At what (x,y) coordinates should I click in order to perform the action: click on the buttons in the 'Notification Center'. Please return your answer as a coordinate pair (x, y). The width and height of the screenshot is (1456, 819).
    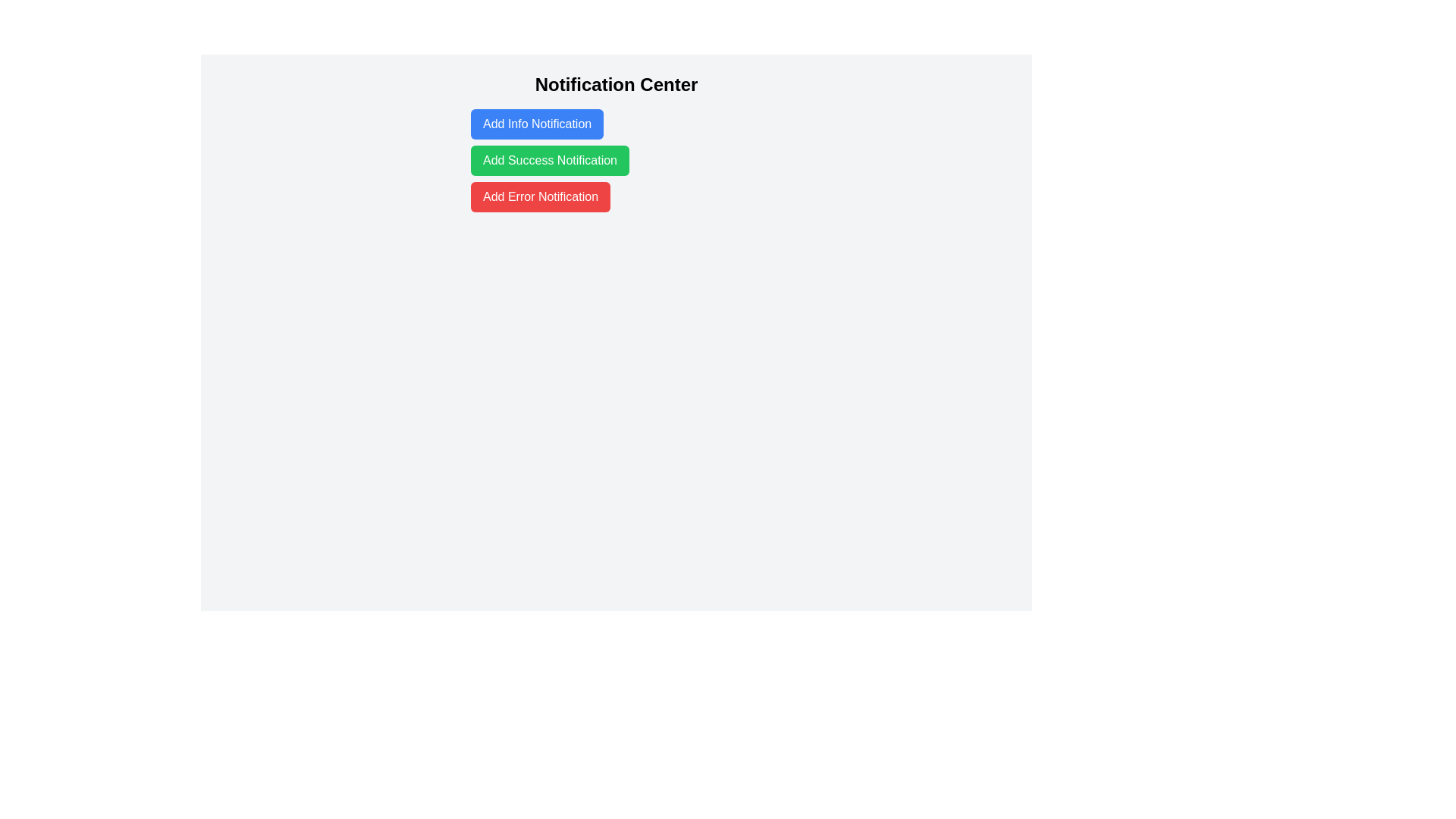
    Looking at the image, I should click on (616, 143).